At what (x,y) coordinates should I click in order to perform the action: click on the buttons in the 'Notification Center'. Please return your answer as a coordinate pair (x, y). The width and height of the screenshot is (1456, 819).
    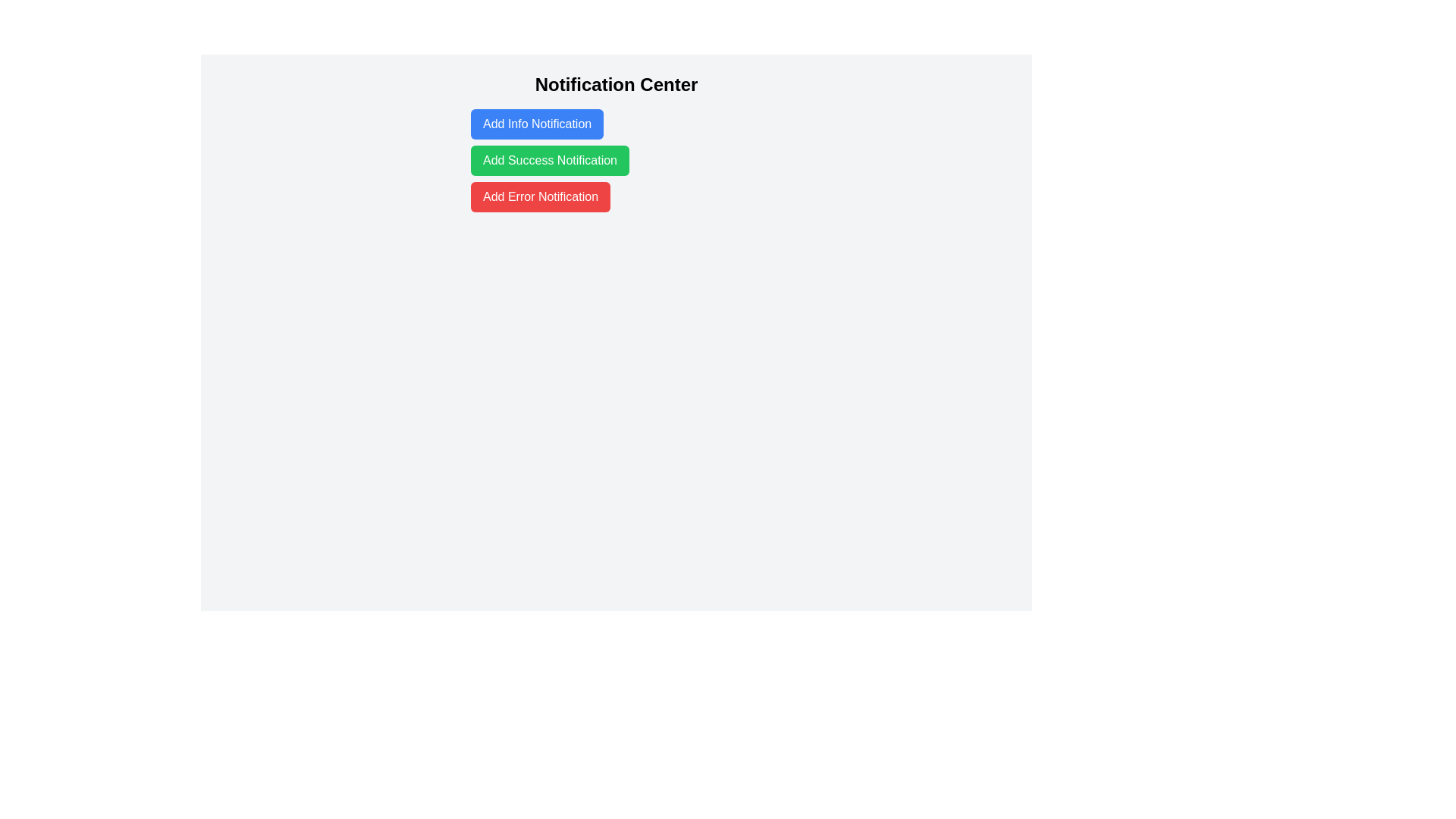
    Looking at the image, I should click on (616, 143).